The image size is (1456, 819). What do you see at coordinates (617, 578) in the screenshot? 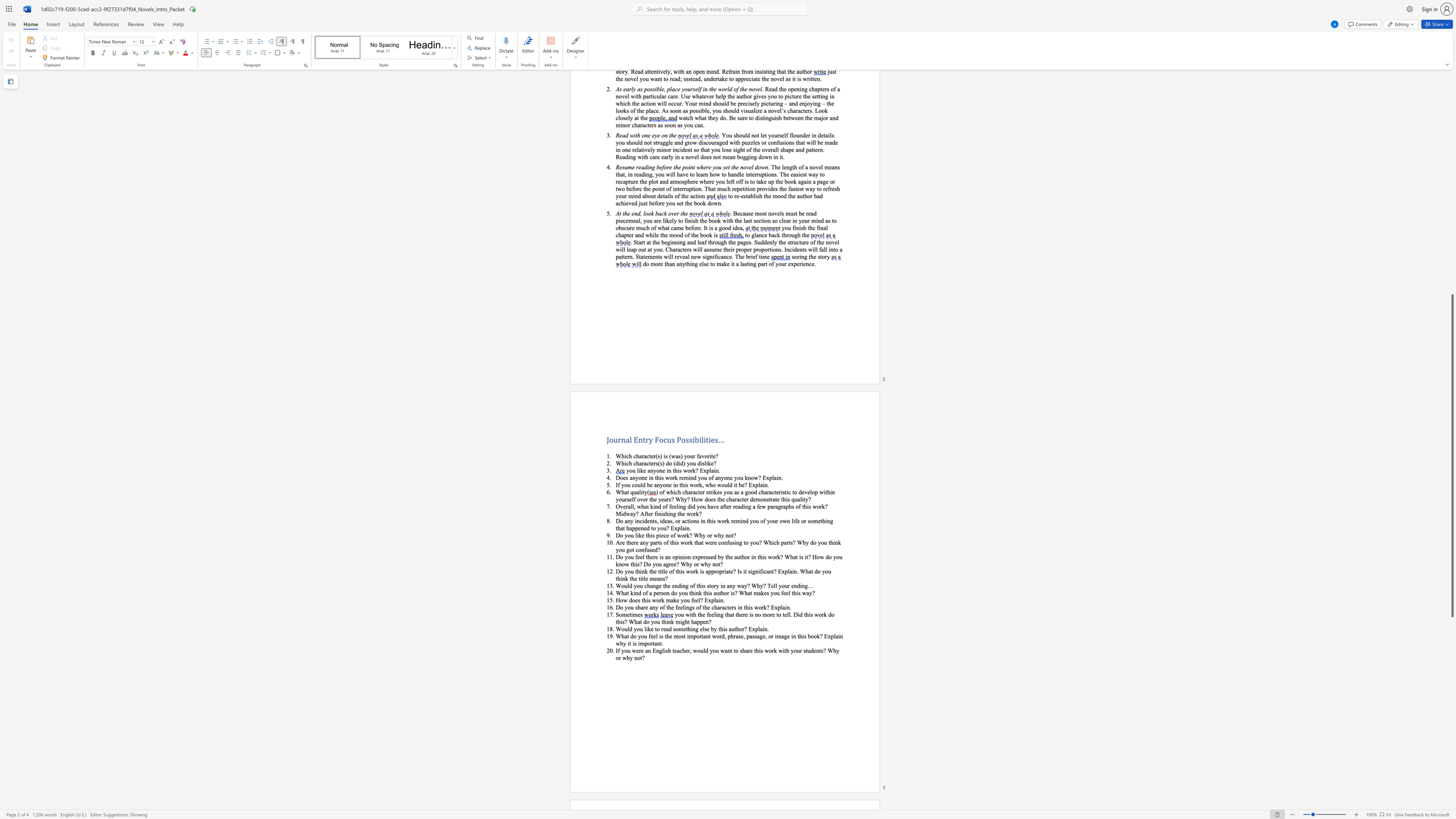
I see `the 4th character "t" in the text` at bounding box center [617, 578].